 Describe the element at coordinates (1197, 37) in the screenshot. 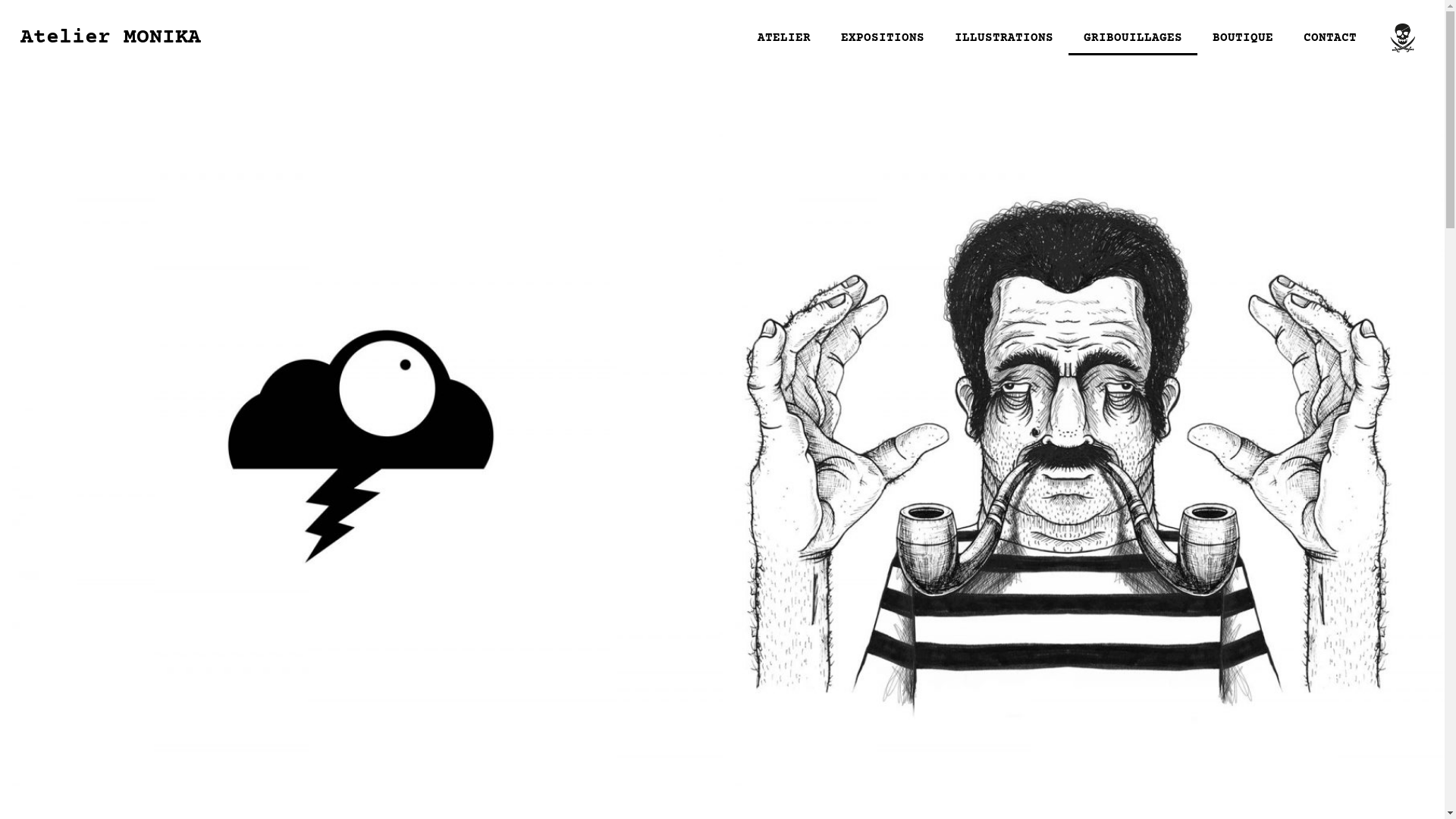

I see `'BOUTIQUE'` at that location.